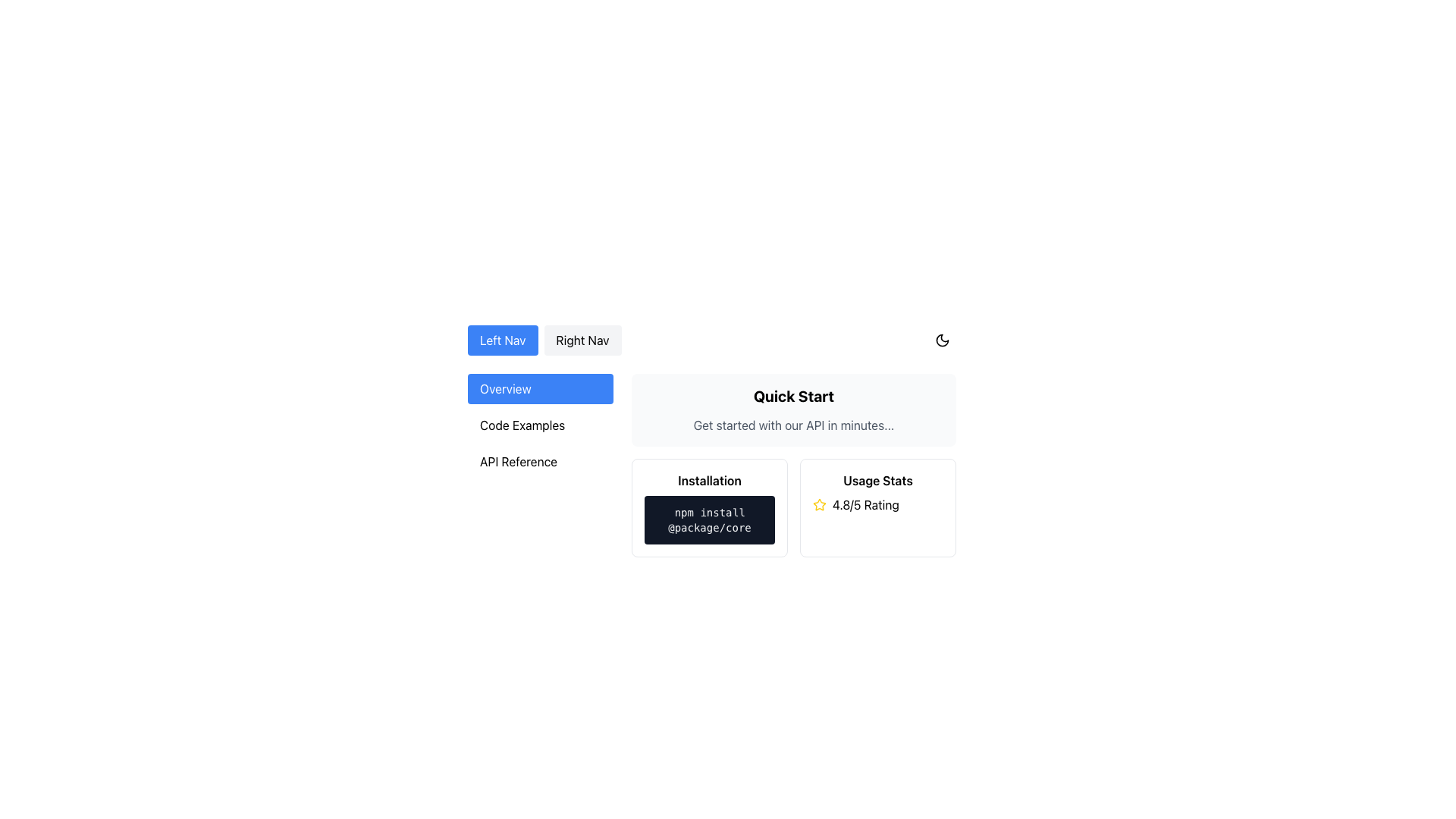 The height and width of the screenshot is (819, 1456). I want to click on the small circular button with a crescent moon icon located at the top-right corner of the interface, so click(942, 339).